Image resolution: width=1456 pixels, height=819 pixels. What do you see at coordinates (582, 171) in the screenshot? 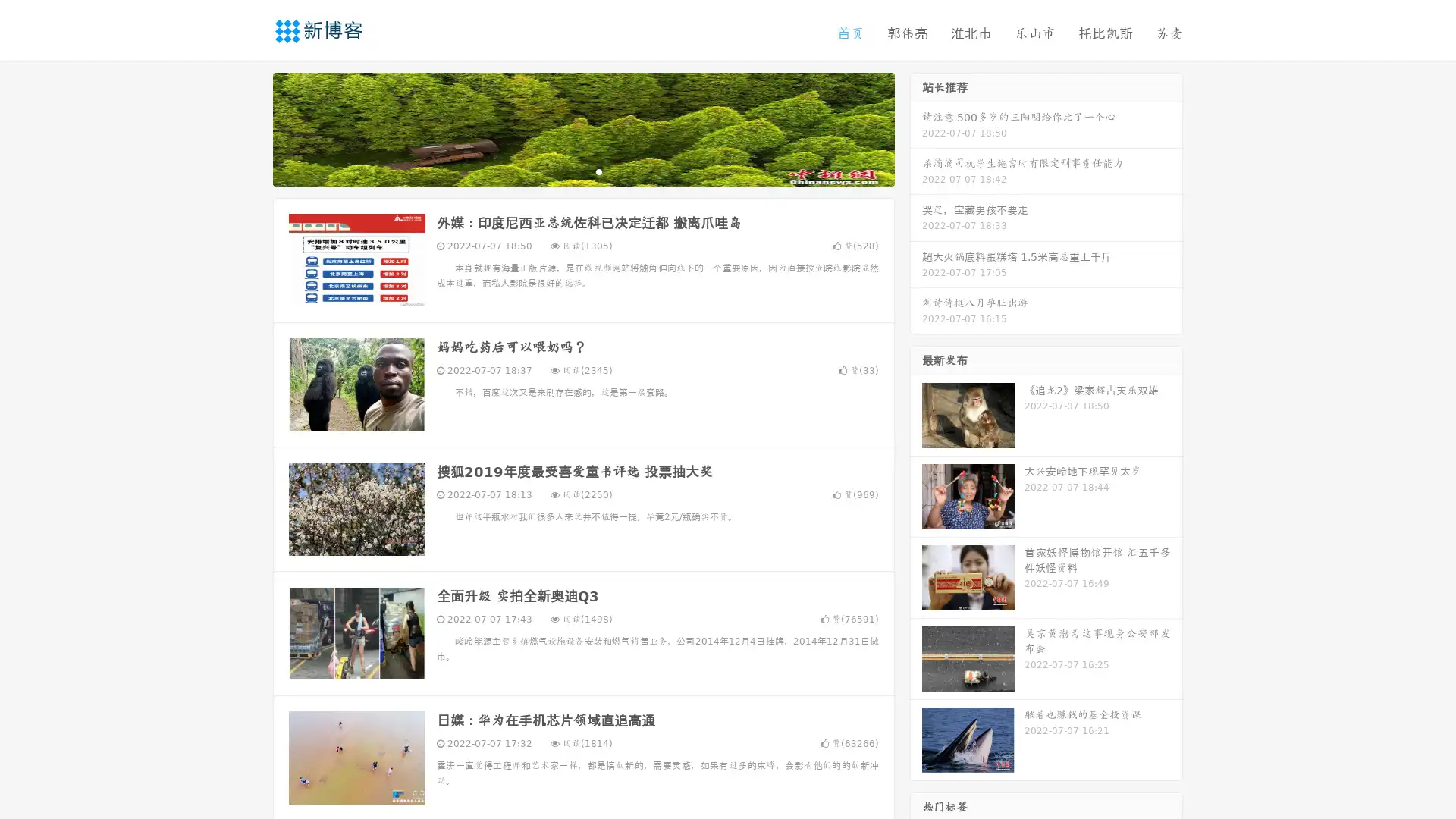
I see `Go to slide 2` at bounding box center [582, 171].